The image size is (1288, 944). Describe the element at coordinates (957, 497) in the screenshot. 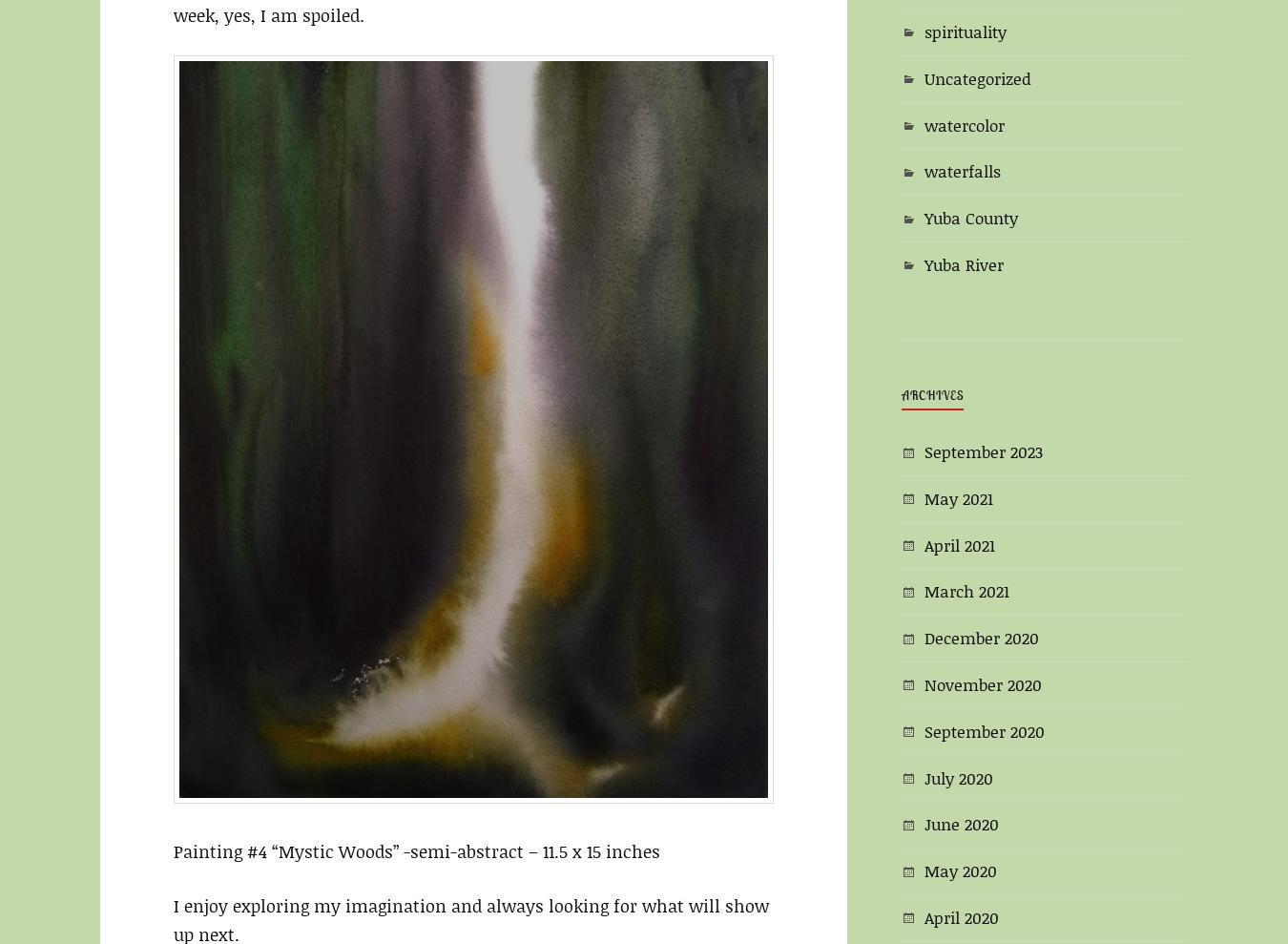

I see `'May 2021'` at that location.